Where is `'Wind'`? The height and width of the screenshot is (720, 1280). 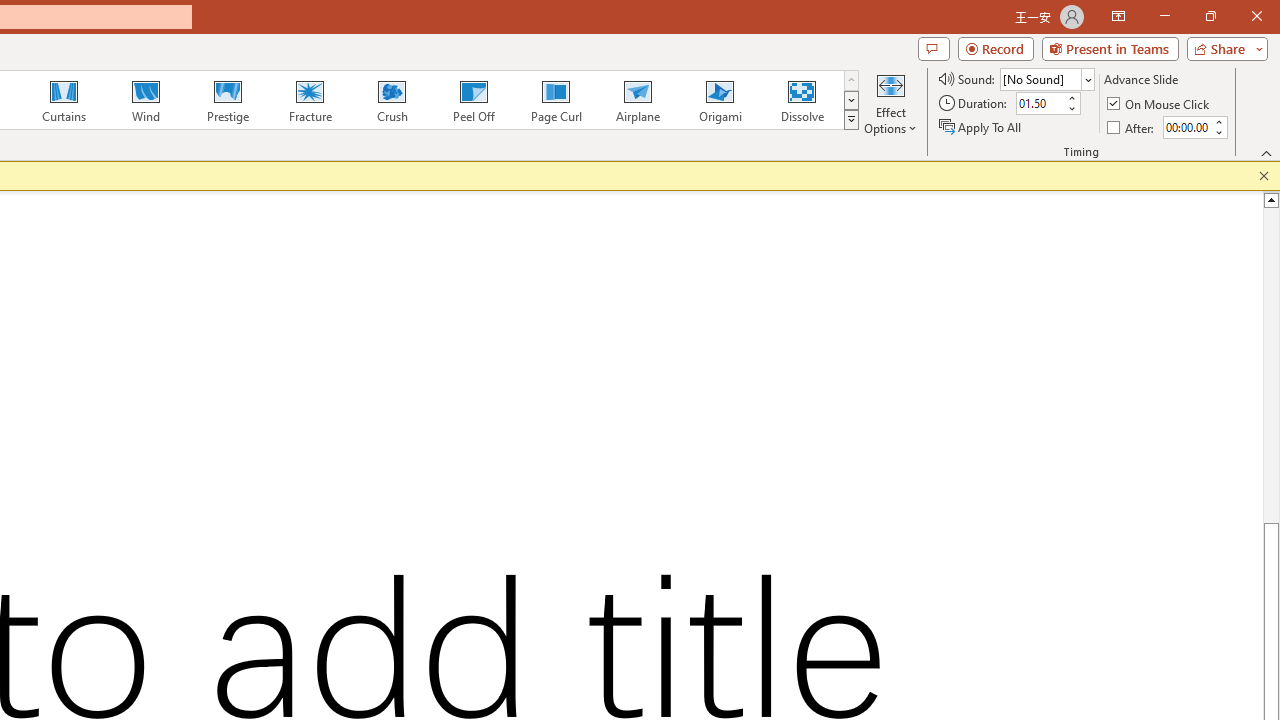 'Wind' is located at coordinates (144, 100).